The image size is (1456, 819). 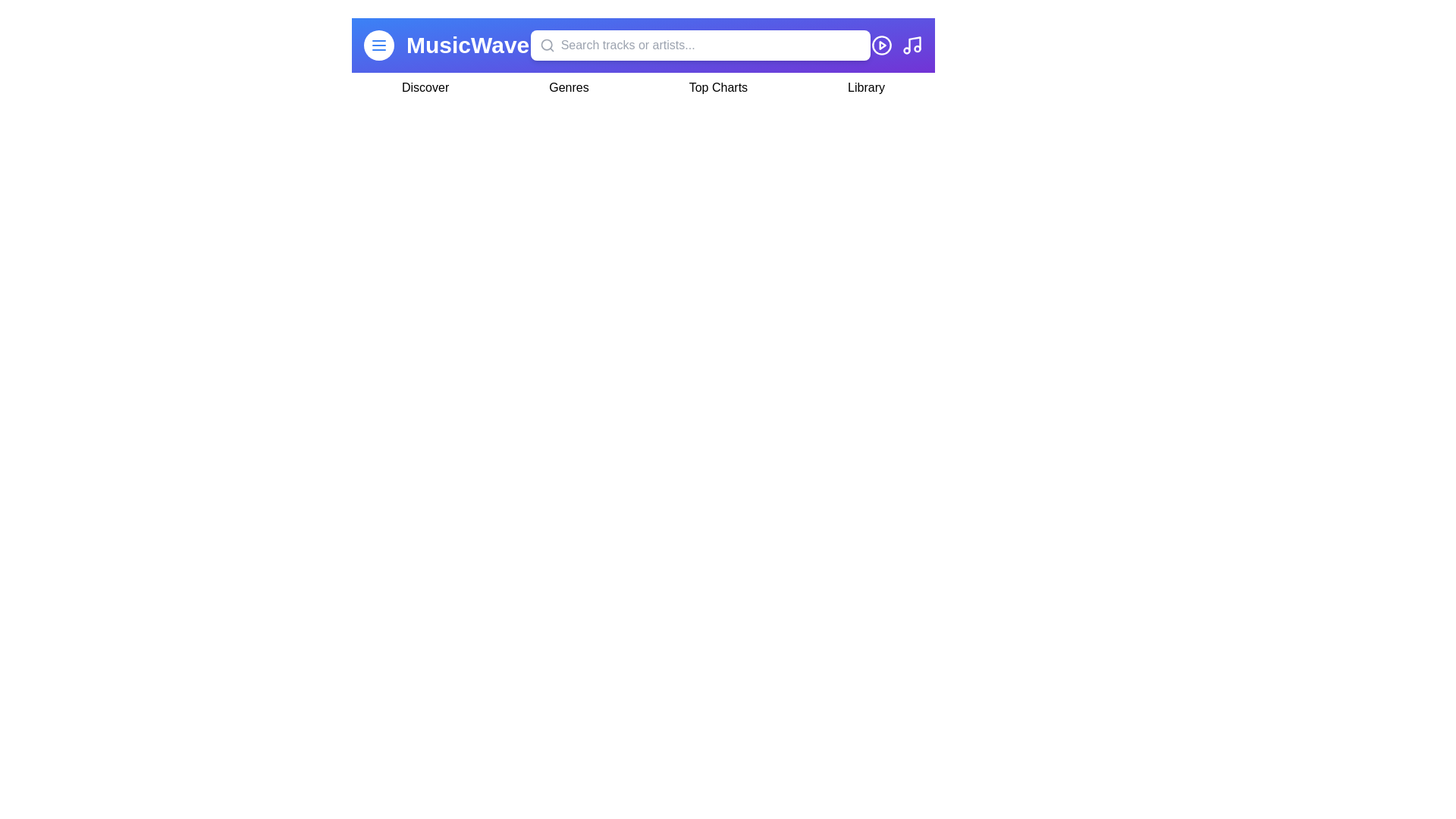 What do you see at coordinates (567, 87) in the screenshot?
I see `the navigation item Genres by clicking on it` at bounding box center [567, 87].